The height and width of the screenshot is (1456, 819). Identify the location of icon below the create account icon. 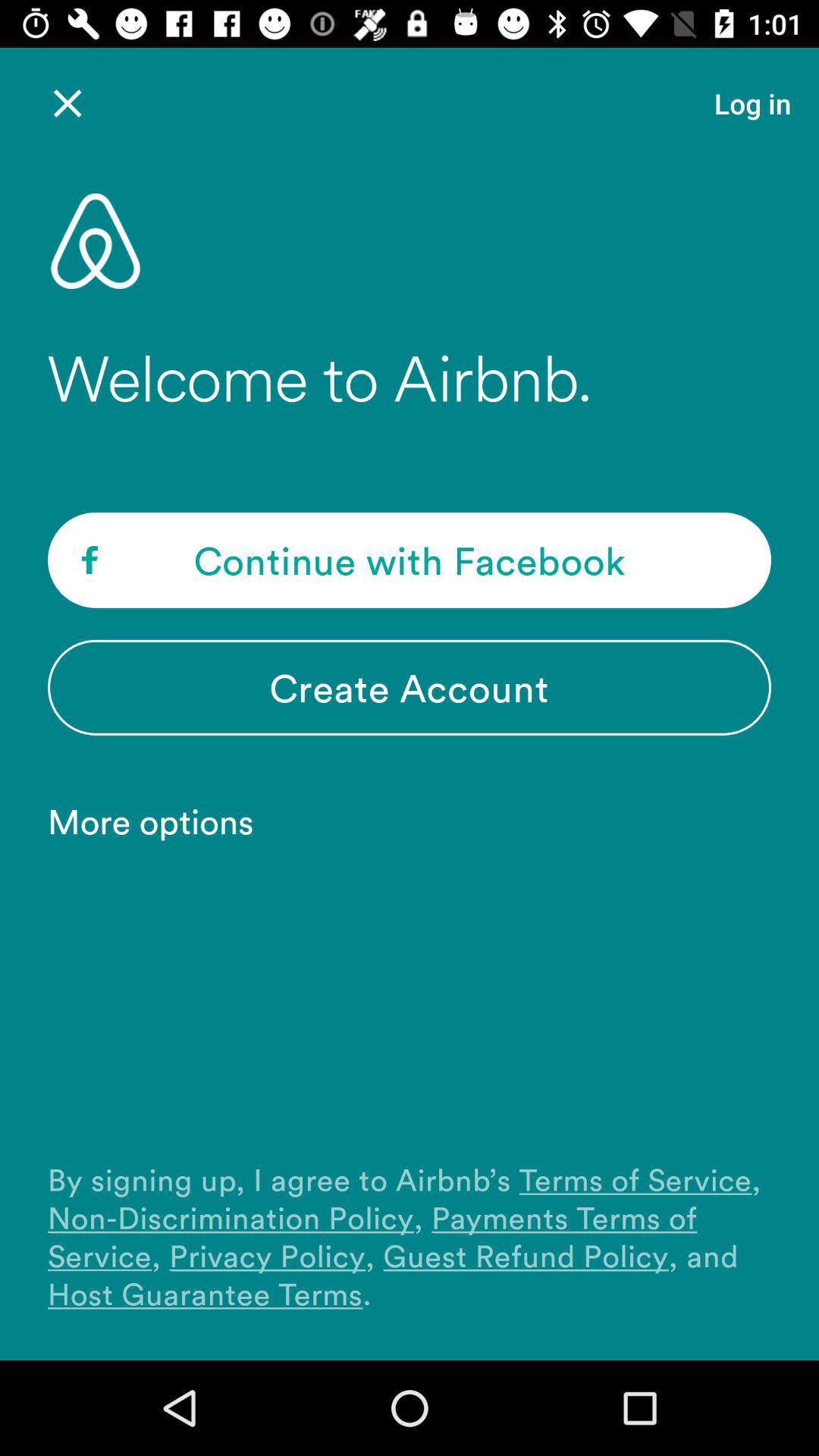
(158, 820).